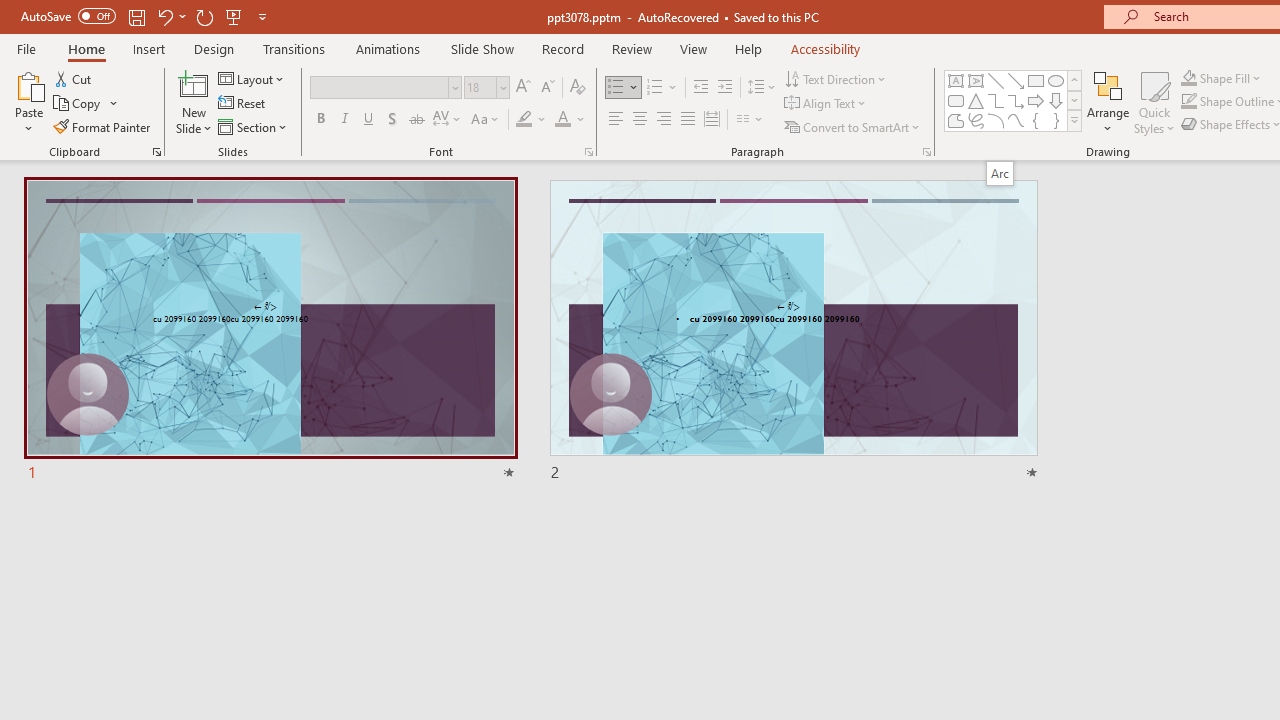 This screenshot has height=720, width=1280. Describe the element at coordinates (547, 86) in the screenshot. I see `'Decrease Font Size'` at that location.